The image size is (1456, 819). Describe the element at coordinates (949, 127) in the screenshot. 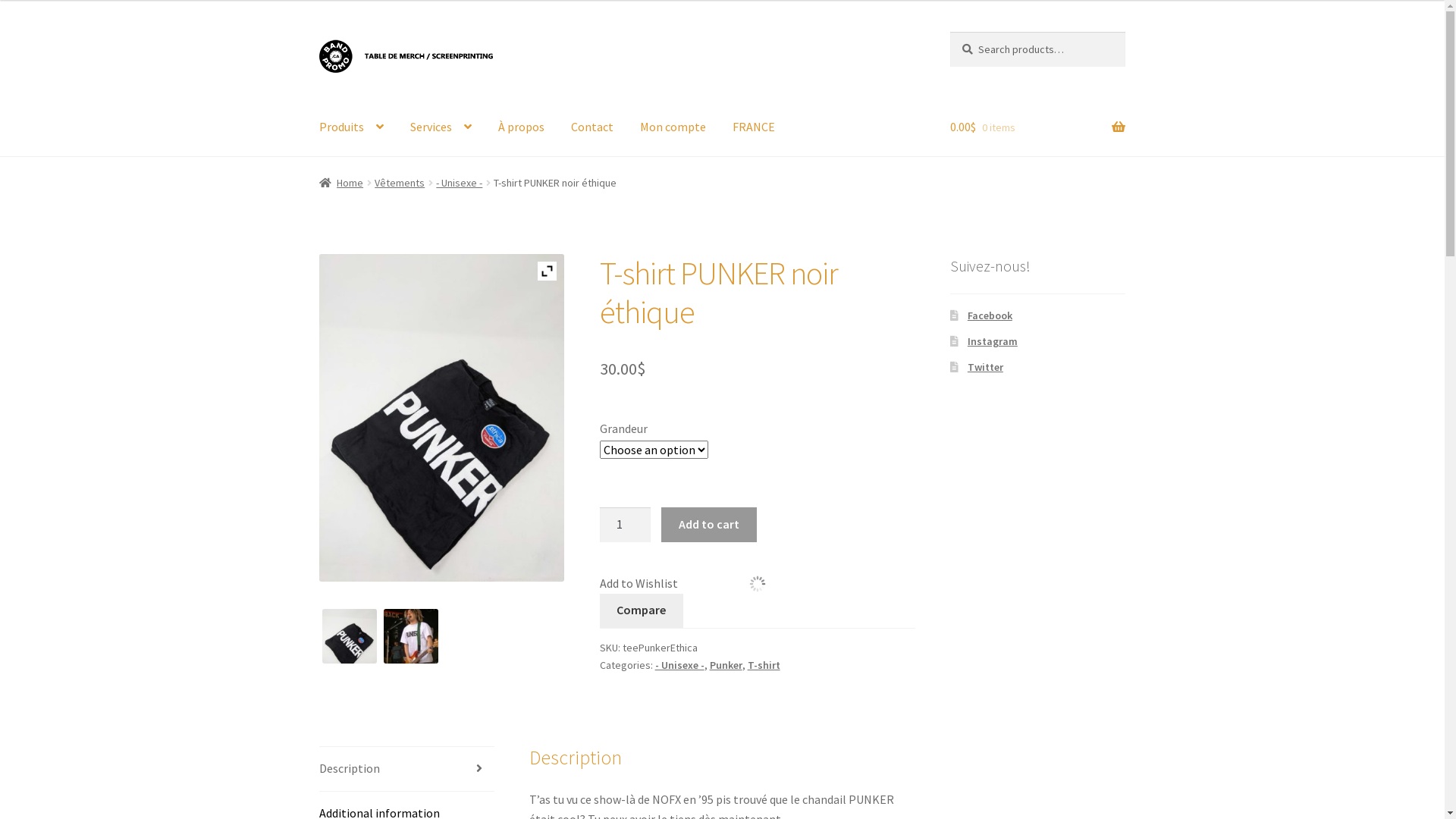

I see `'0.00$ 0 items'` at that location.